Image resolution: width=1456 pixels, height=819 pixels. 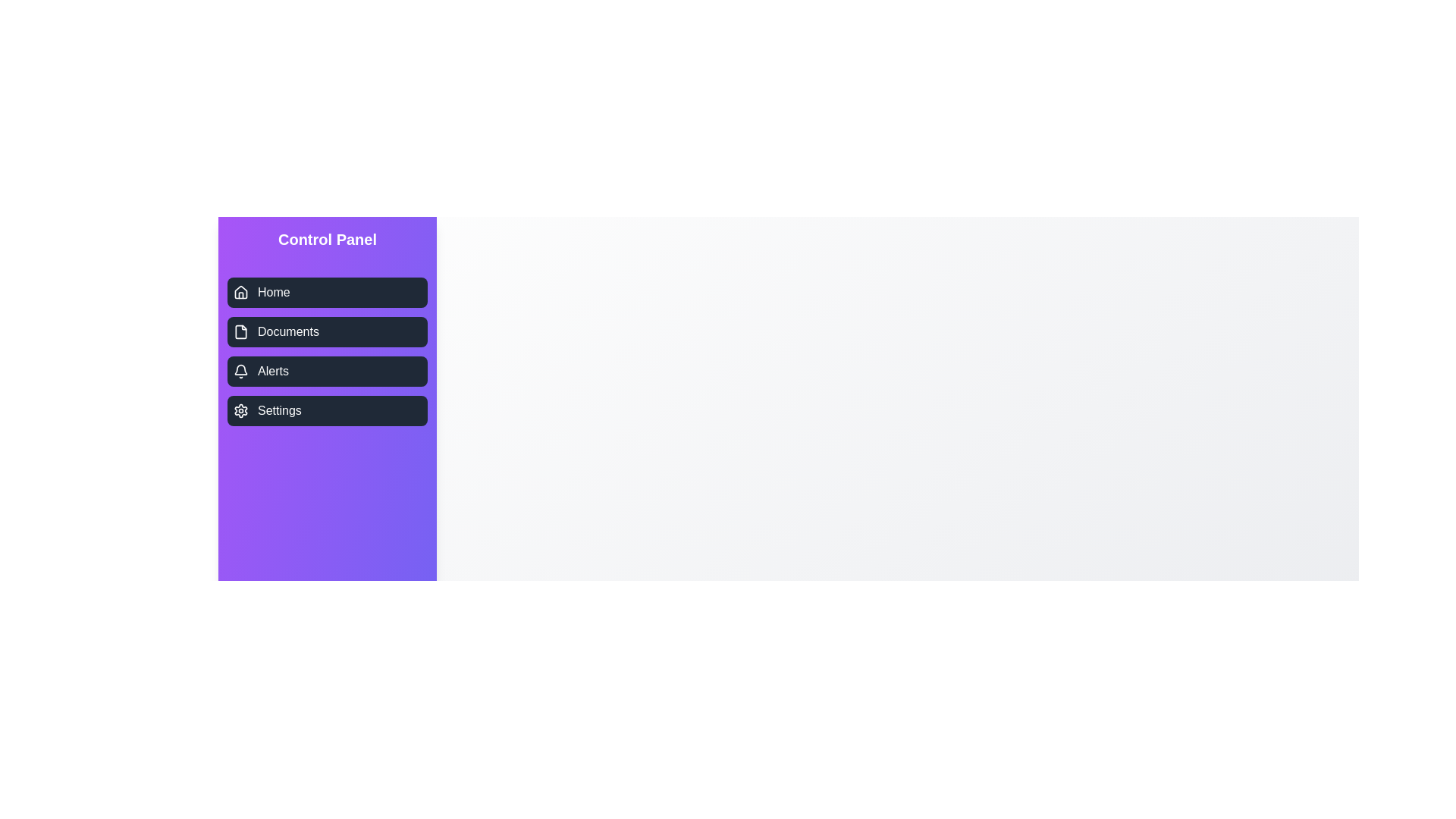 What do you see at coordinates (327, 292) in the screenshot?
I see `the navigation item Home to view its hover effect` at bounding box center [327, 292].